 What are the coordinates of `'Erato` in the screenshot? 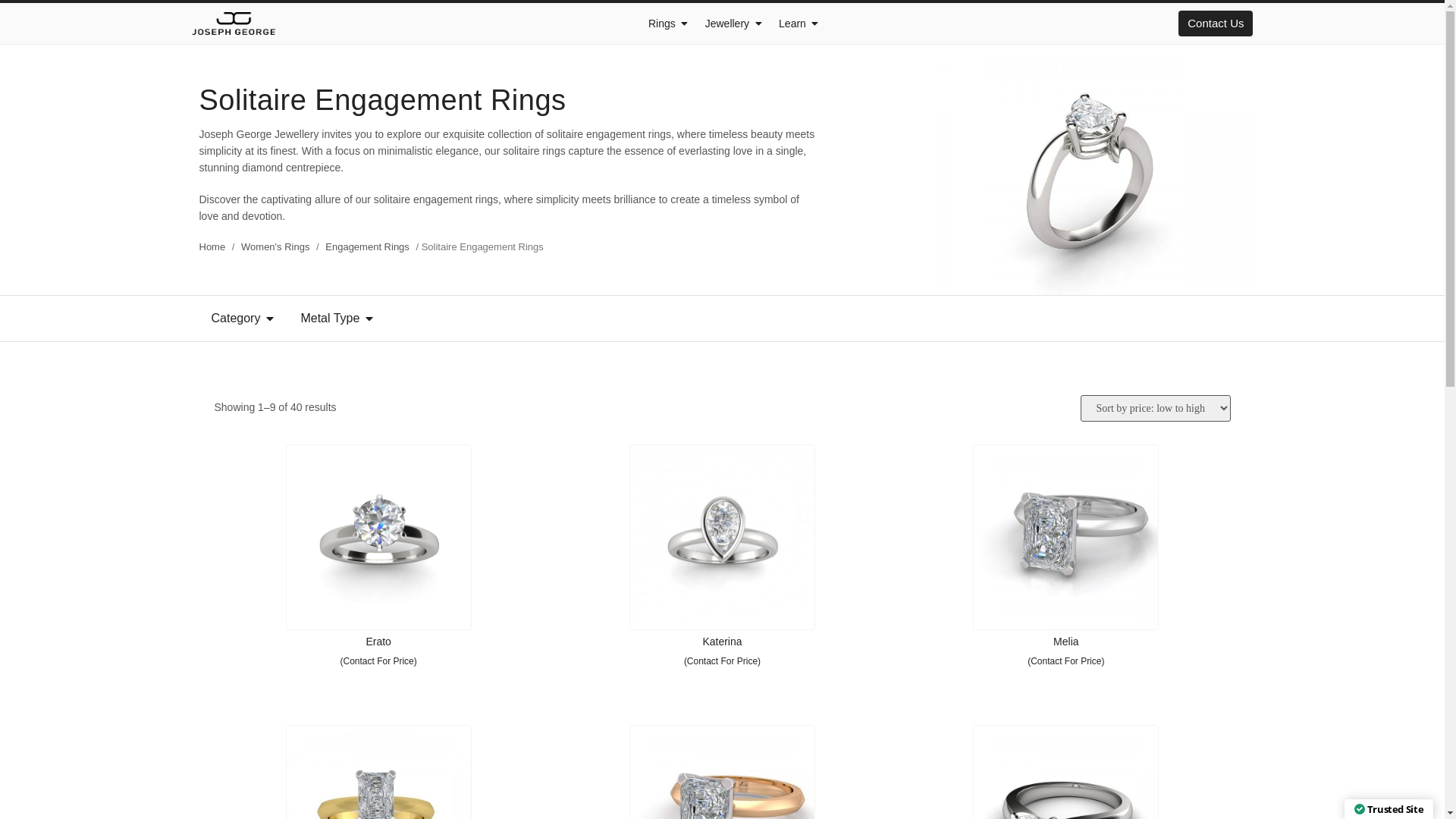 It's located at (378, 559).